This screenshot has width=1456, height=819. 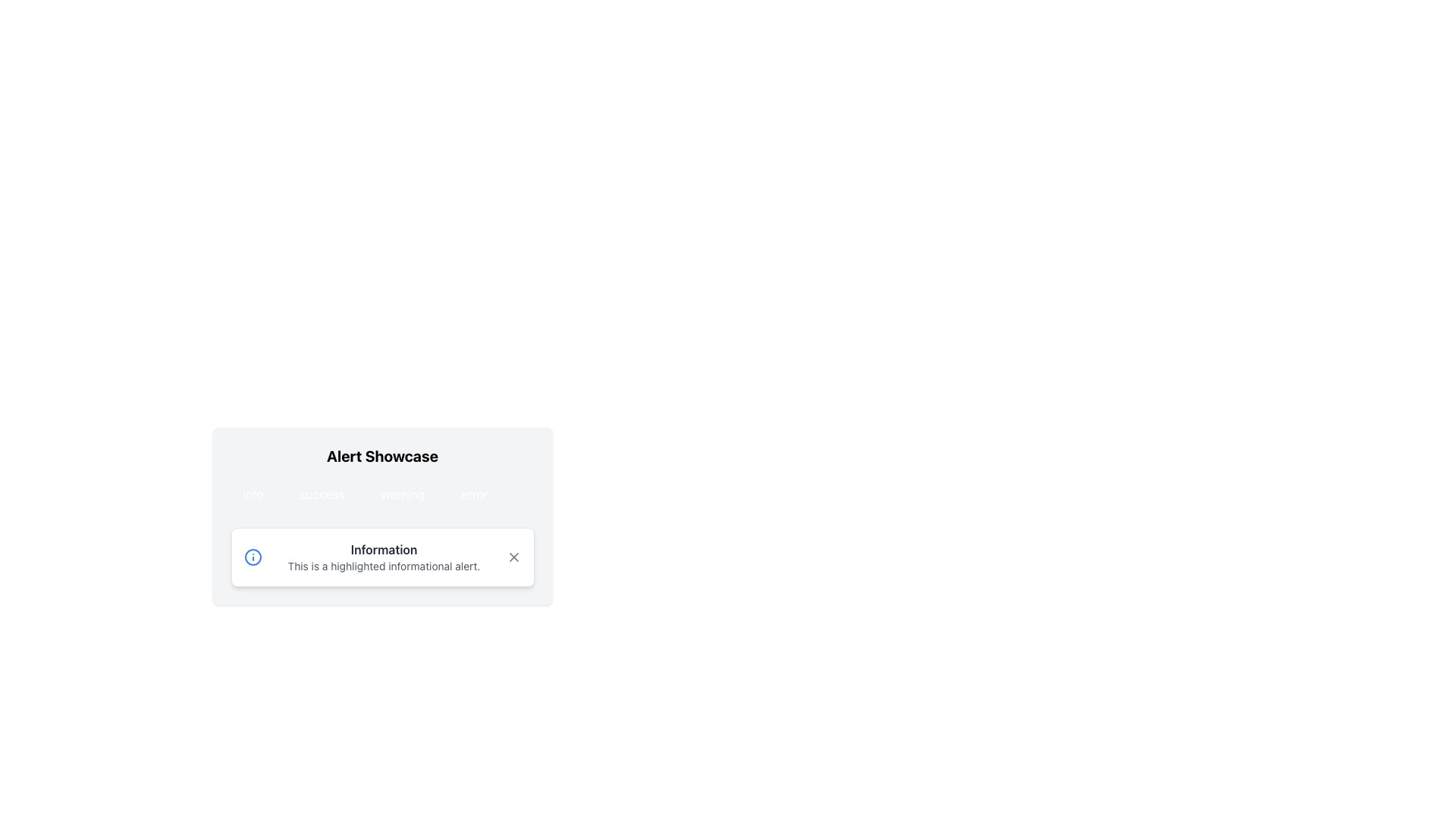 I want to click on the blue 'info' button with rounded corners located at the top left of the button row, so click(x=253, y=494).